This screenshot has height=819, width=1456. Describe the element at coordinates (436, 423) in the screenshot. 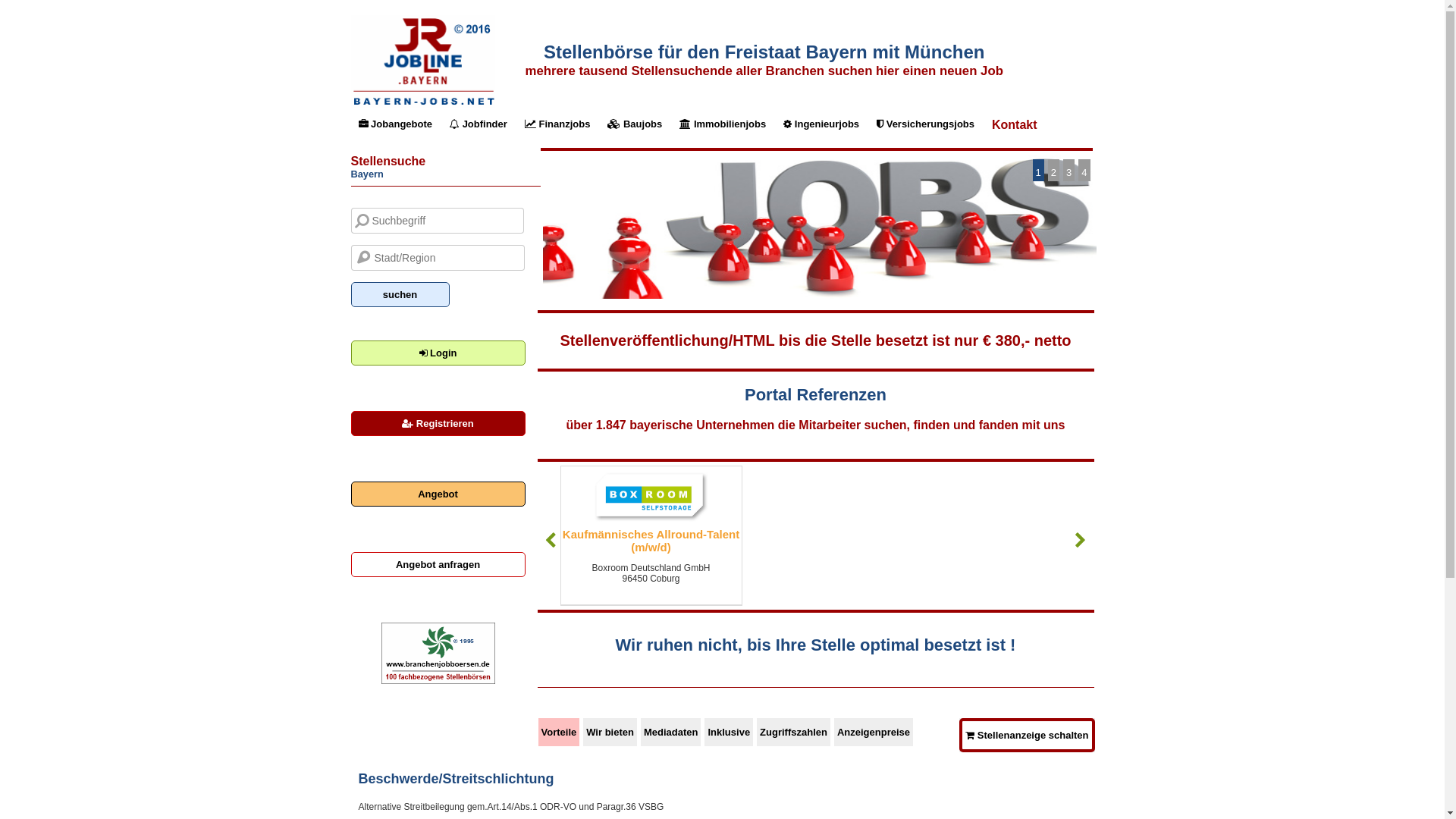

I see `'Registrieren'` at that location.